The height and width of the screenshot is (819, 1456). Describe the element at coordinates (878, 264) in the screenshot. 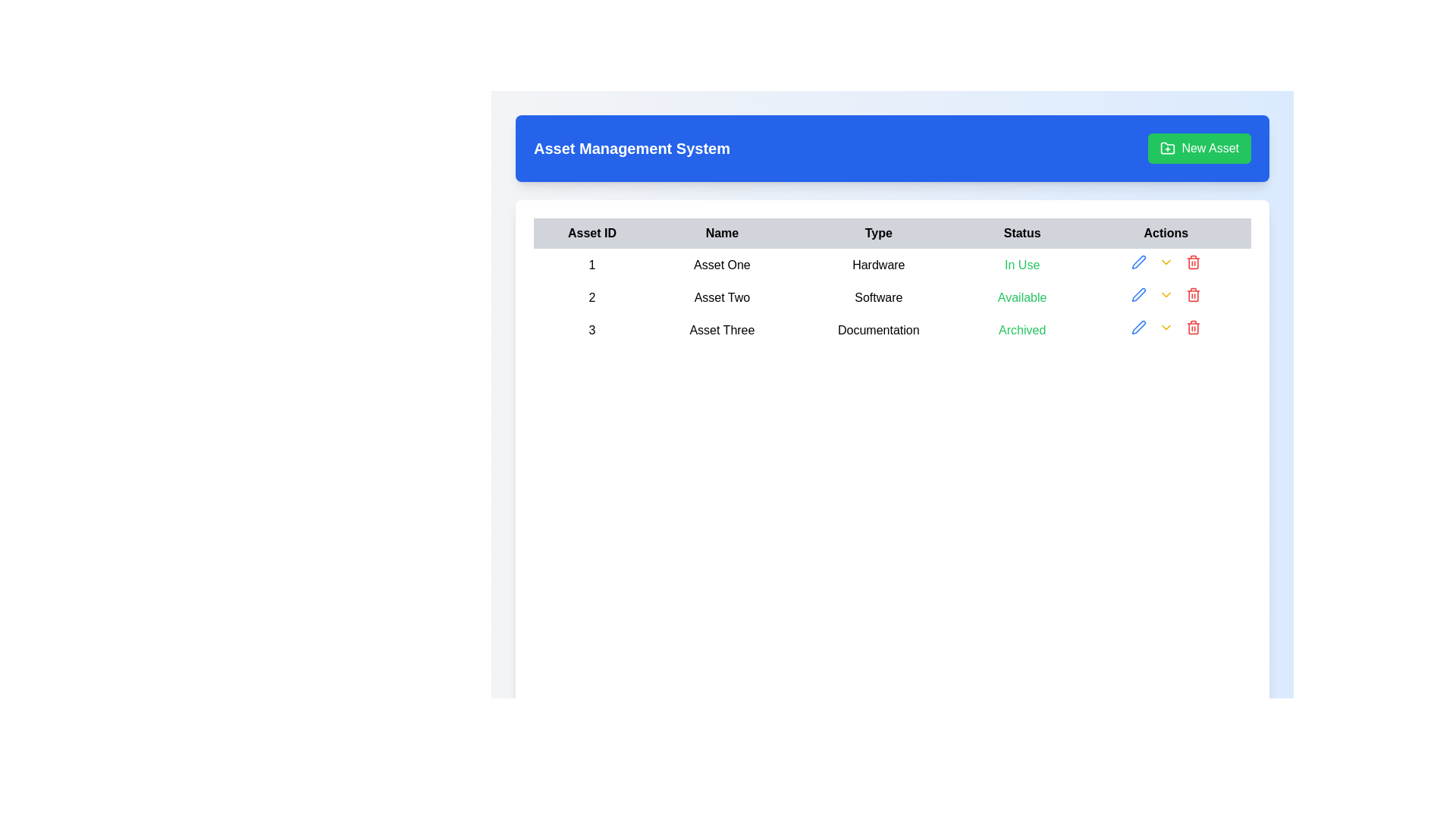

I see `the text label displaying 'Hardware', which is located in the third column of the first row of a table under the 'Type' column` at that location.